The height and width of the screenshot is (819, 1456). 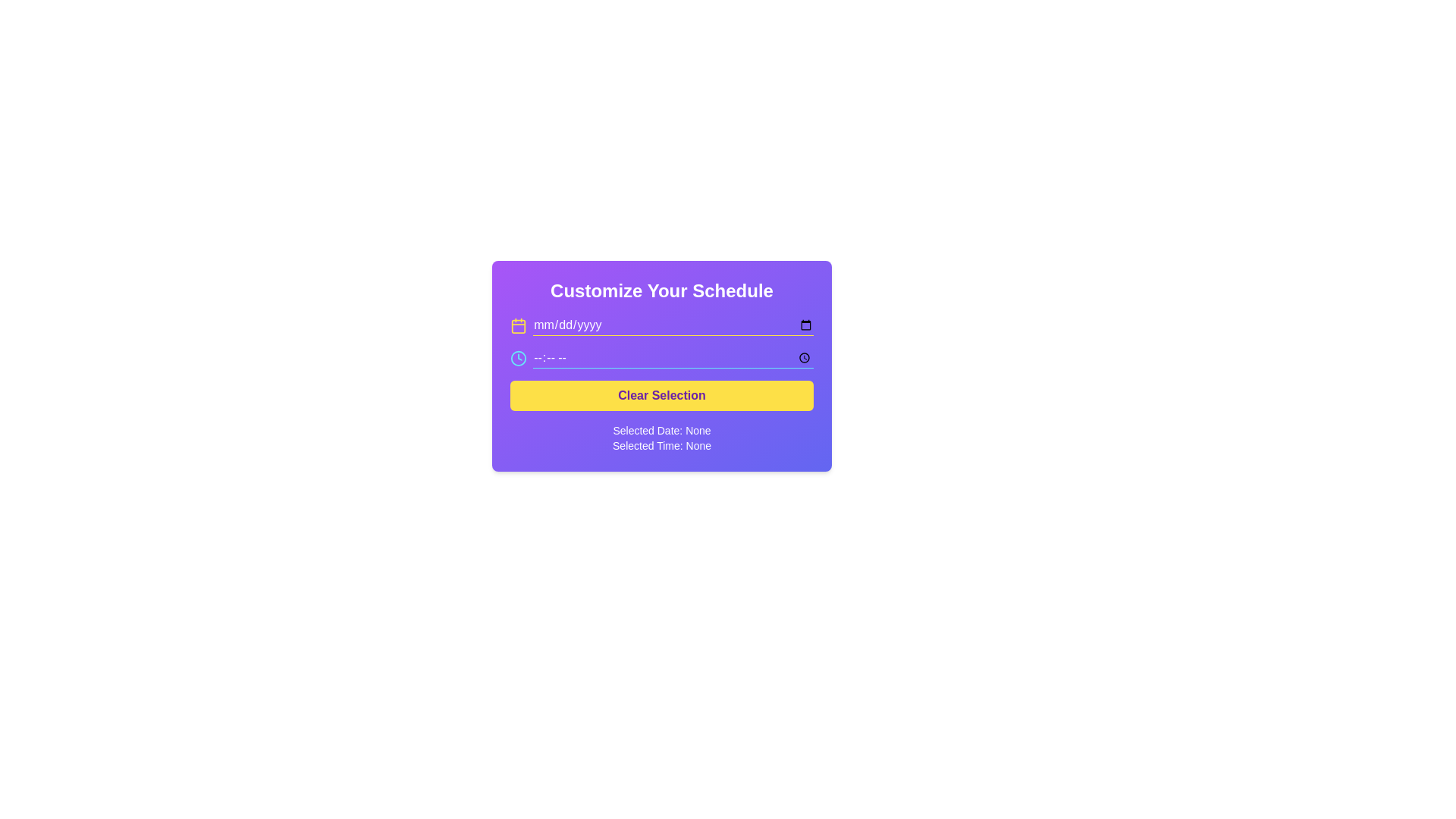 I want to click on the Text Display that shows current selections for date and time, defaulting to 'None' if no selections have been made, so click(x=662, y=438).